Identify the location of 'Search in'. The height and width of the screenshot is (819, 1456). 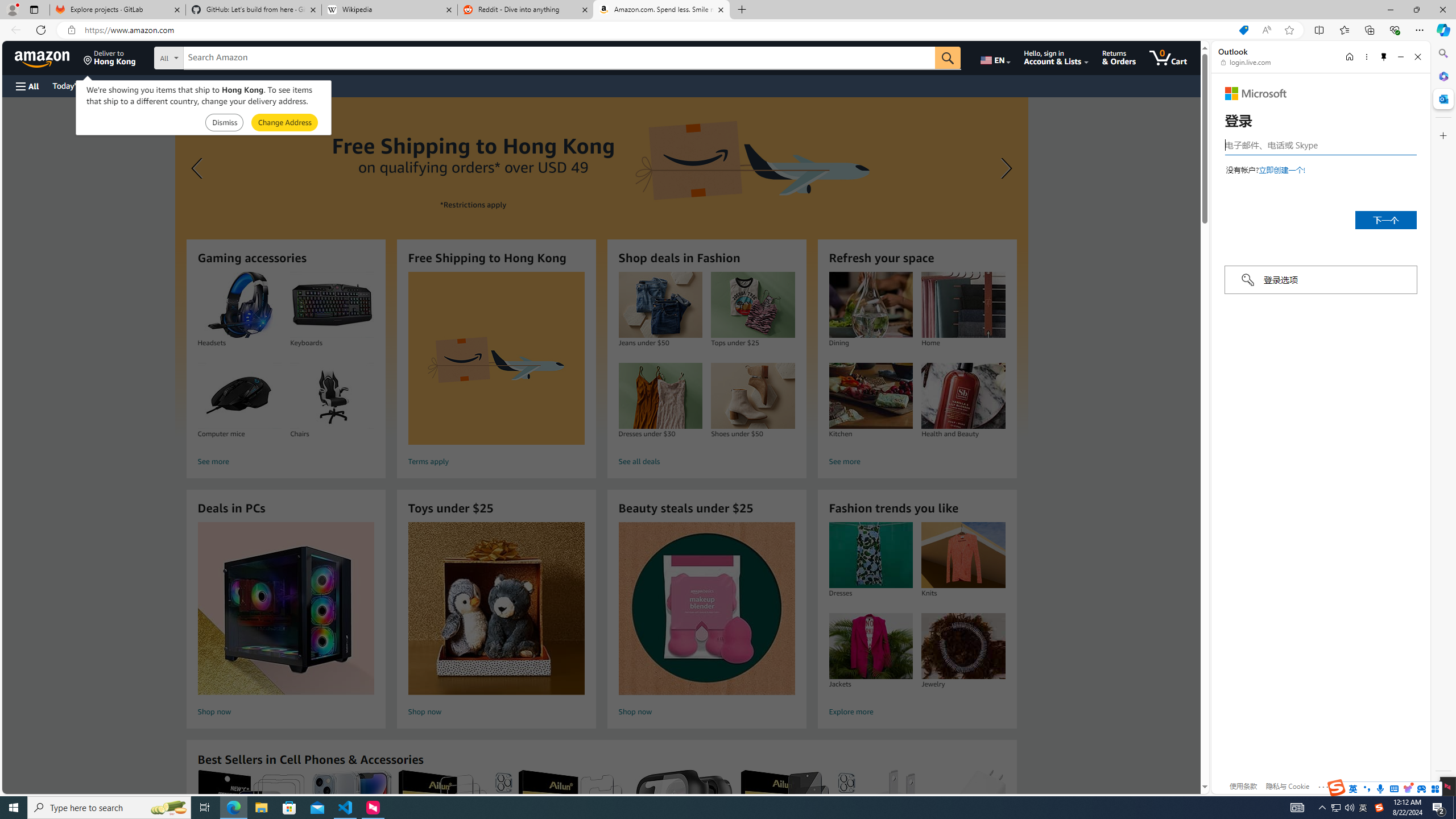
(210, 58).